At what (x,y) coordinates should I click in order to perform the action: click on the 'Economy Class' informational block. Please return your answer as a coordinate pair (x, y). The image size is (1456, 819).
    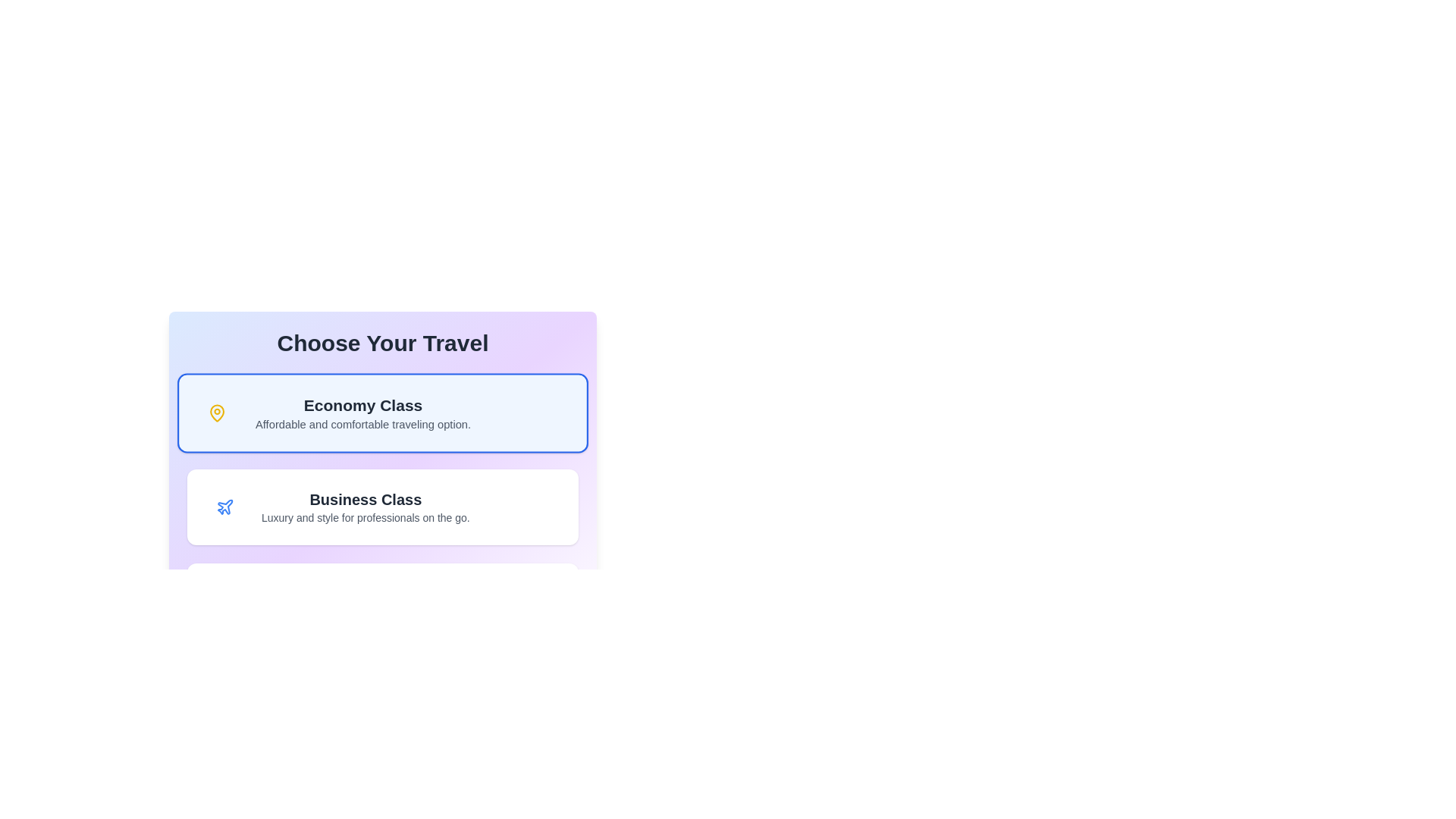
    Looking at the image, I should click on (362, 413).